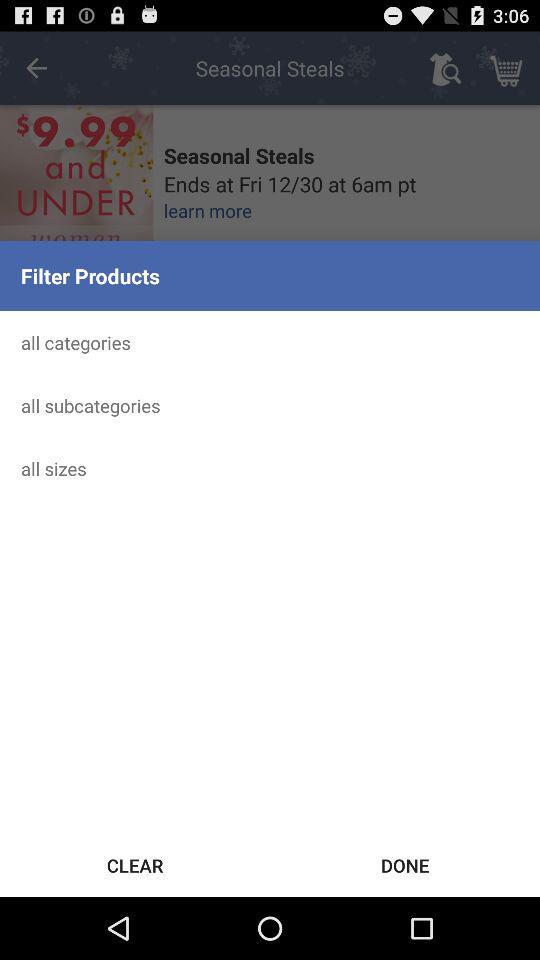 The image size is (540, 960). What do you see at coordinates (135, 864) in the screenshot?
I see `the item at the bottom left corner` at bounding box center [135, 864].